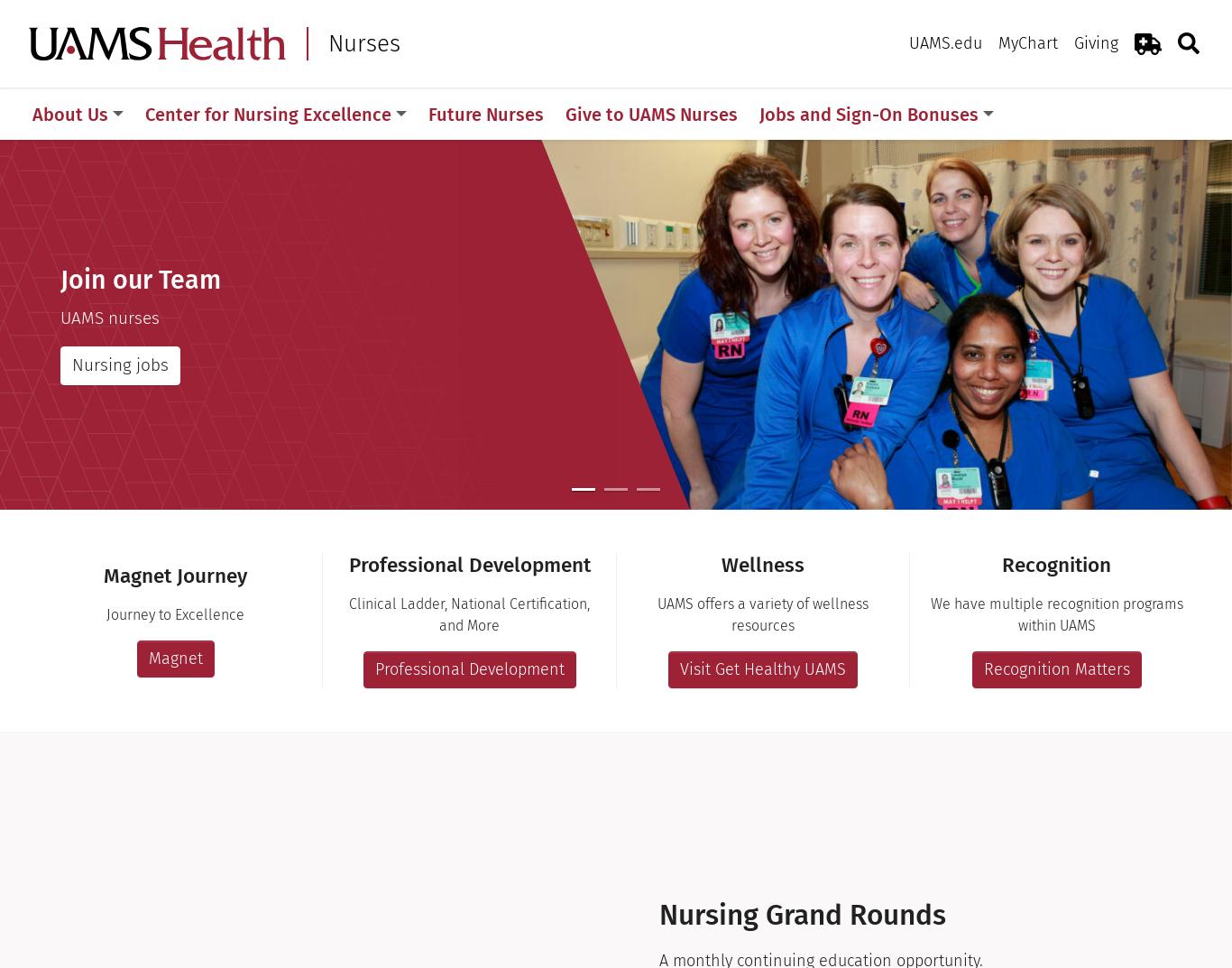 Image resolution: width=1232 pixels, height=968 pixels. What do you see at coordinates (1074, 41) in the screenshot?
I see `'Giving'` at bounding box center [1074, 41].